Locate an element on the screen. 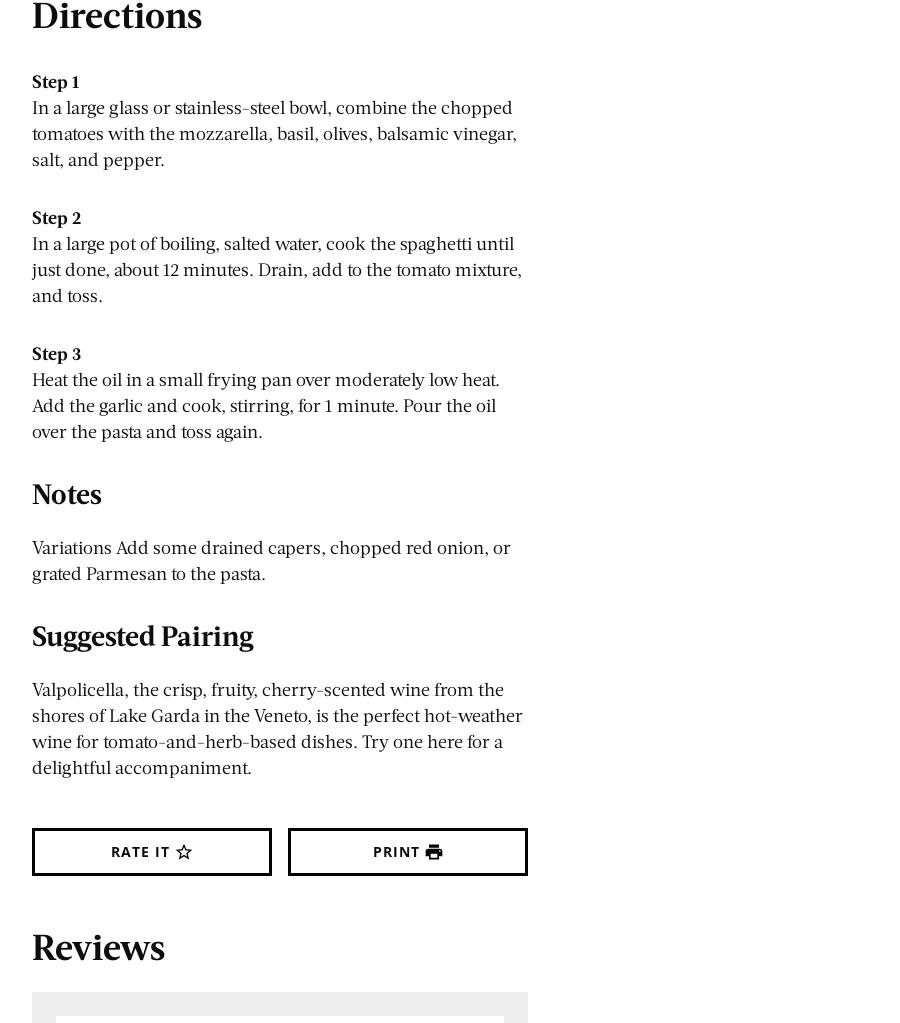 This screenshot has width=900, height=1023. 'Print' is located at coordinates (395, 850).